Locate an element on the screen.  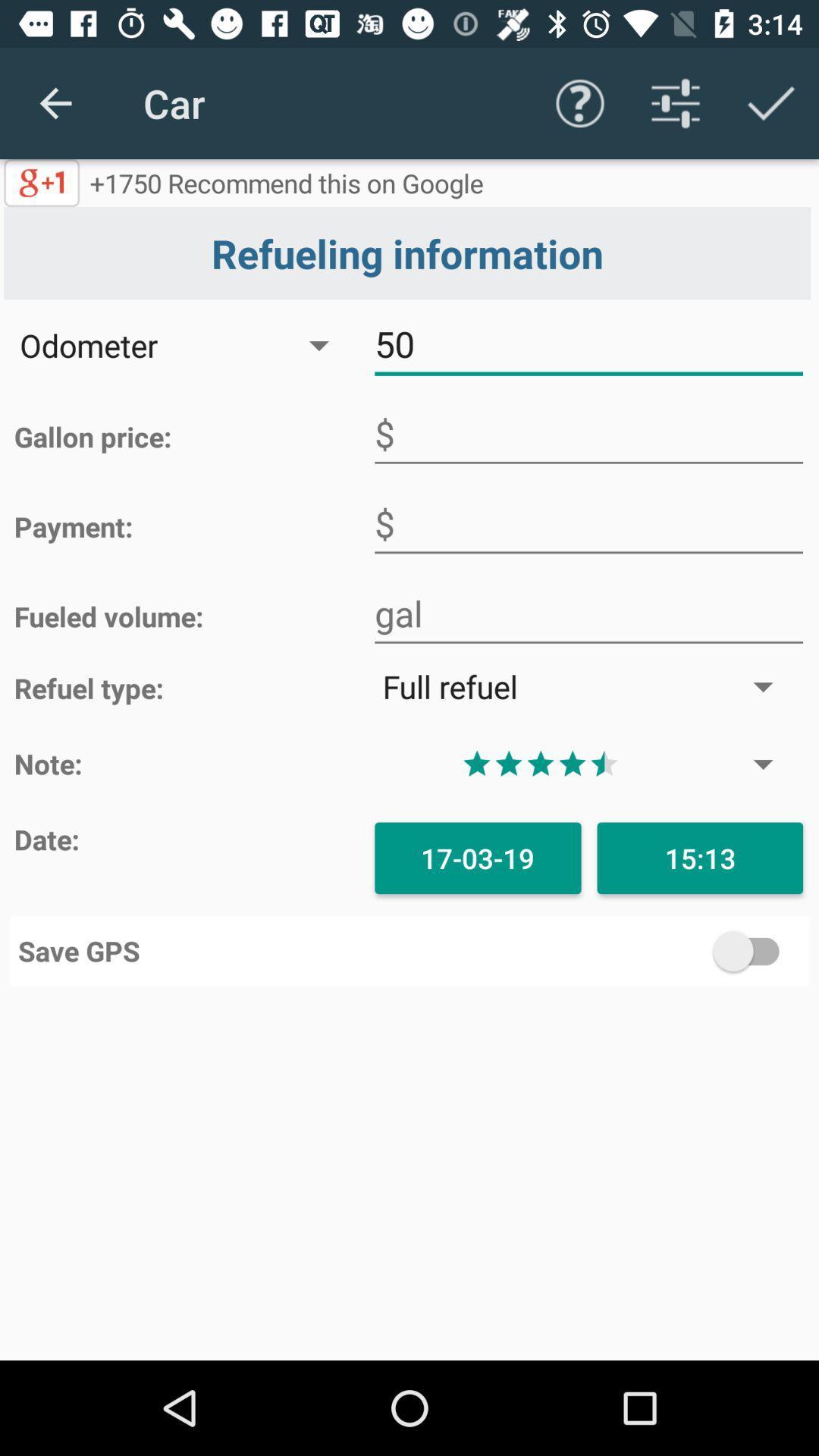
the app to the right of 1750 recommend this is located at coordinates (579, 102).